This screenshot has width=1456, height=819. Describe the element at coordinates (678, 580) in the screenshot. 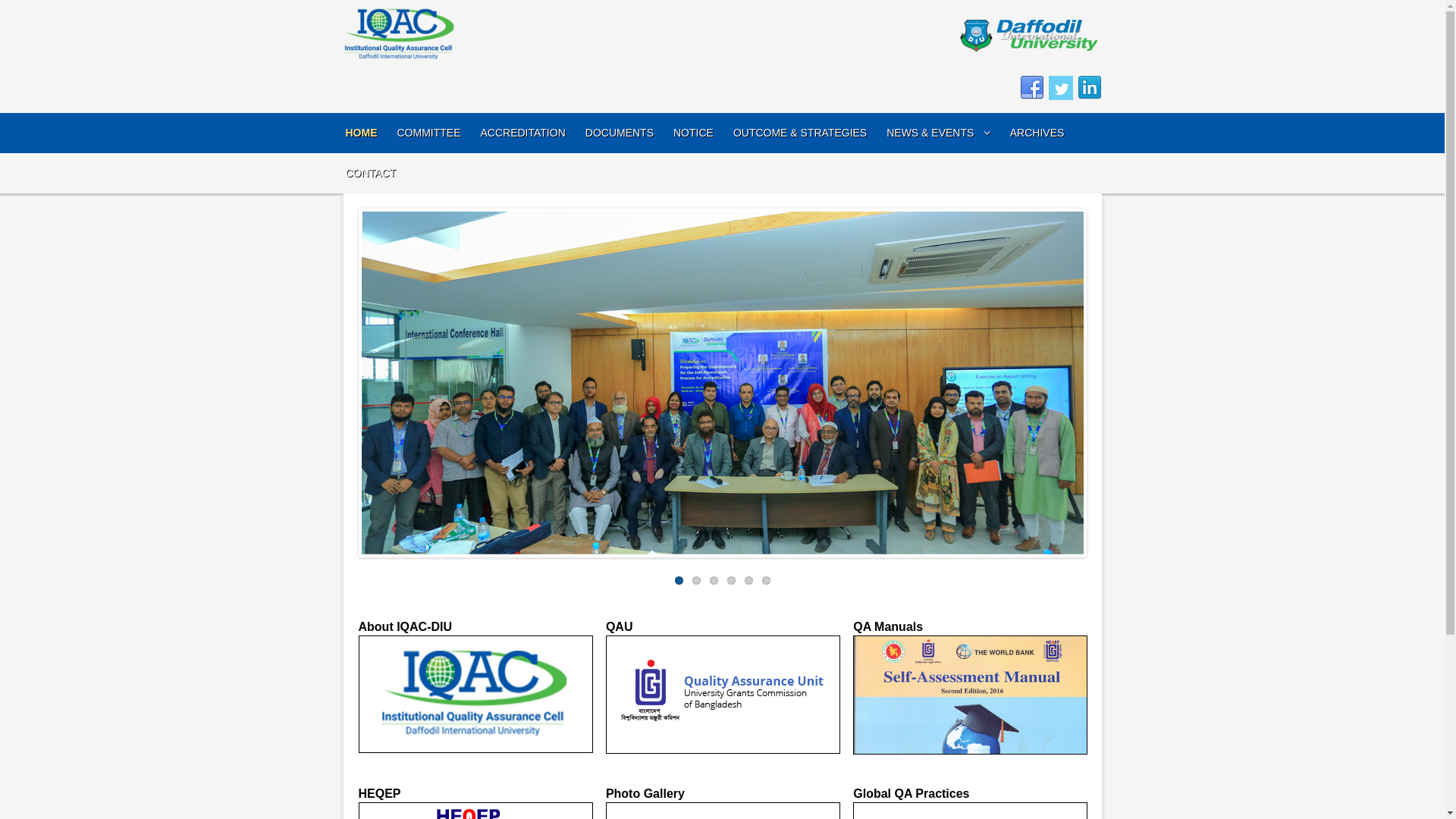

I see `'1'` at that location.